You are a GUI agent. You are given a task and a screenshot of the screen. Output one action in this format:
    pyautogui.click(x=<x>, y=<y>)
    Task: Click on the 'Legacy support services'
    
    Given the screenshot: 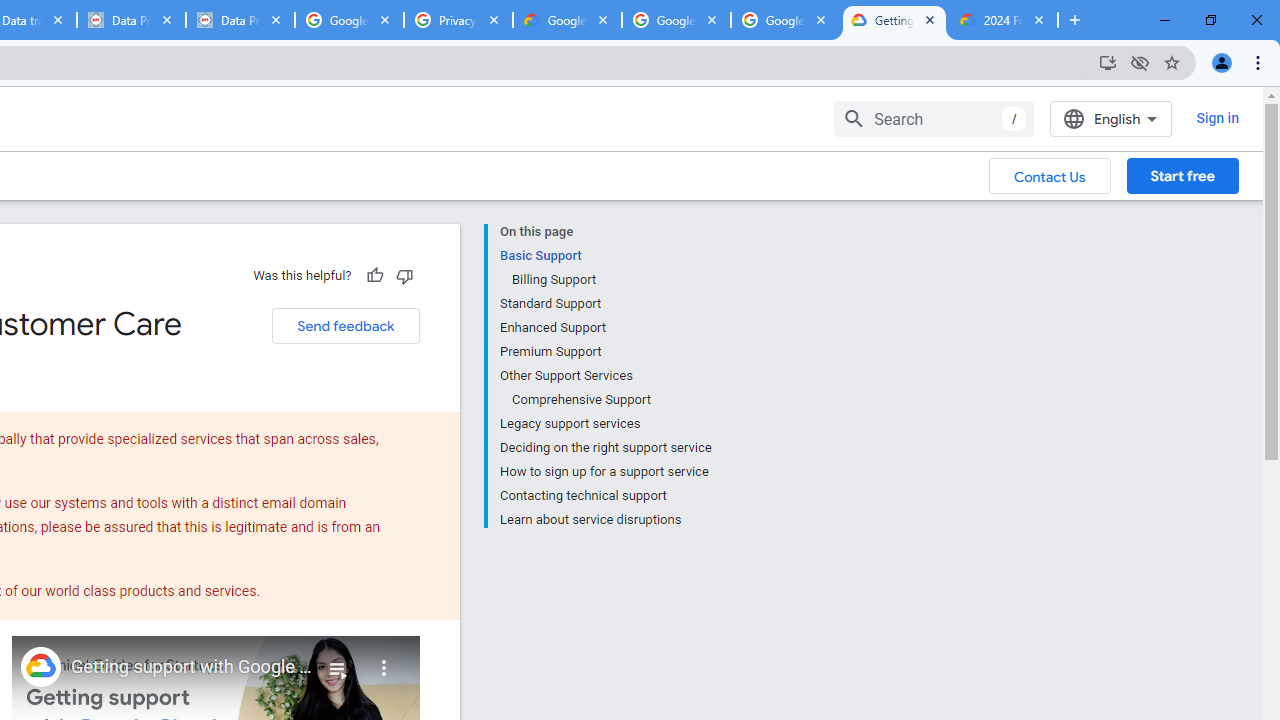 What is the action you would take?
    pyautogui.click(x=604, y=423)
    